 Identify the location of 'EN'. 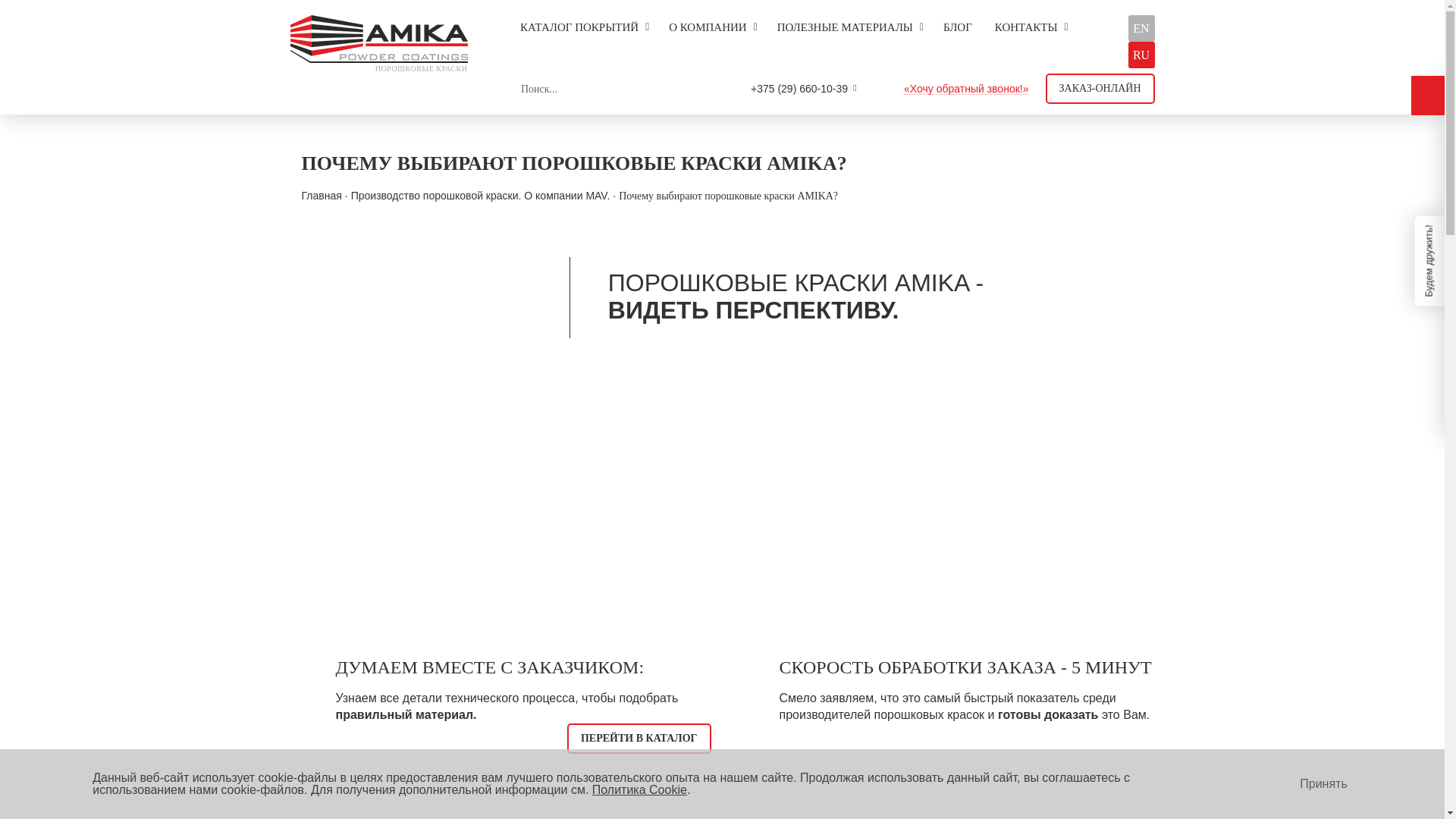
(1141, 28).